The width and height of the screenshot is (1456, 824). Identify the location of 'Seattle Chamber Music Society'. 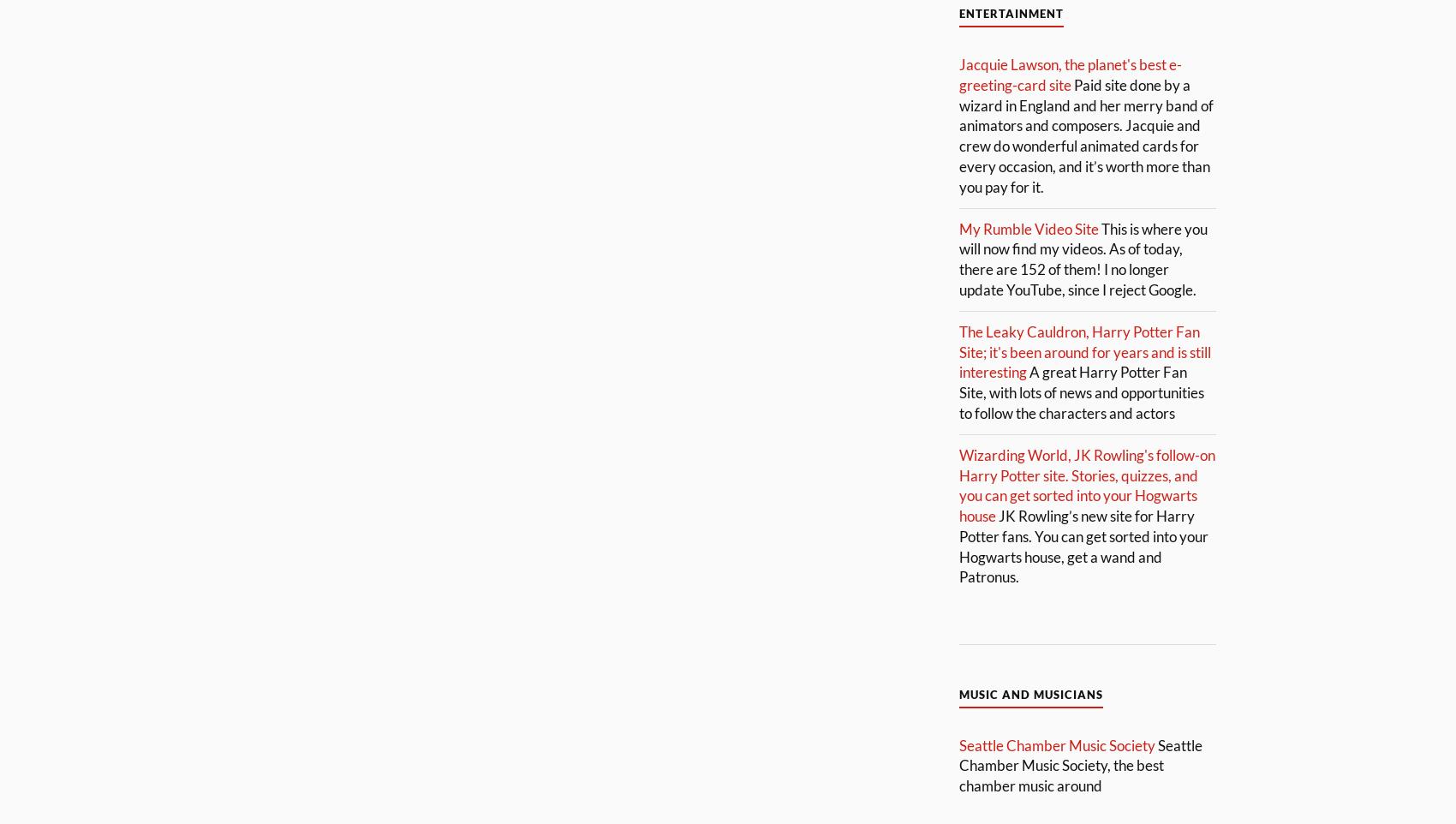
(1056, 743).